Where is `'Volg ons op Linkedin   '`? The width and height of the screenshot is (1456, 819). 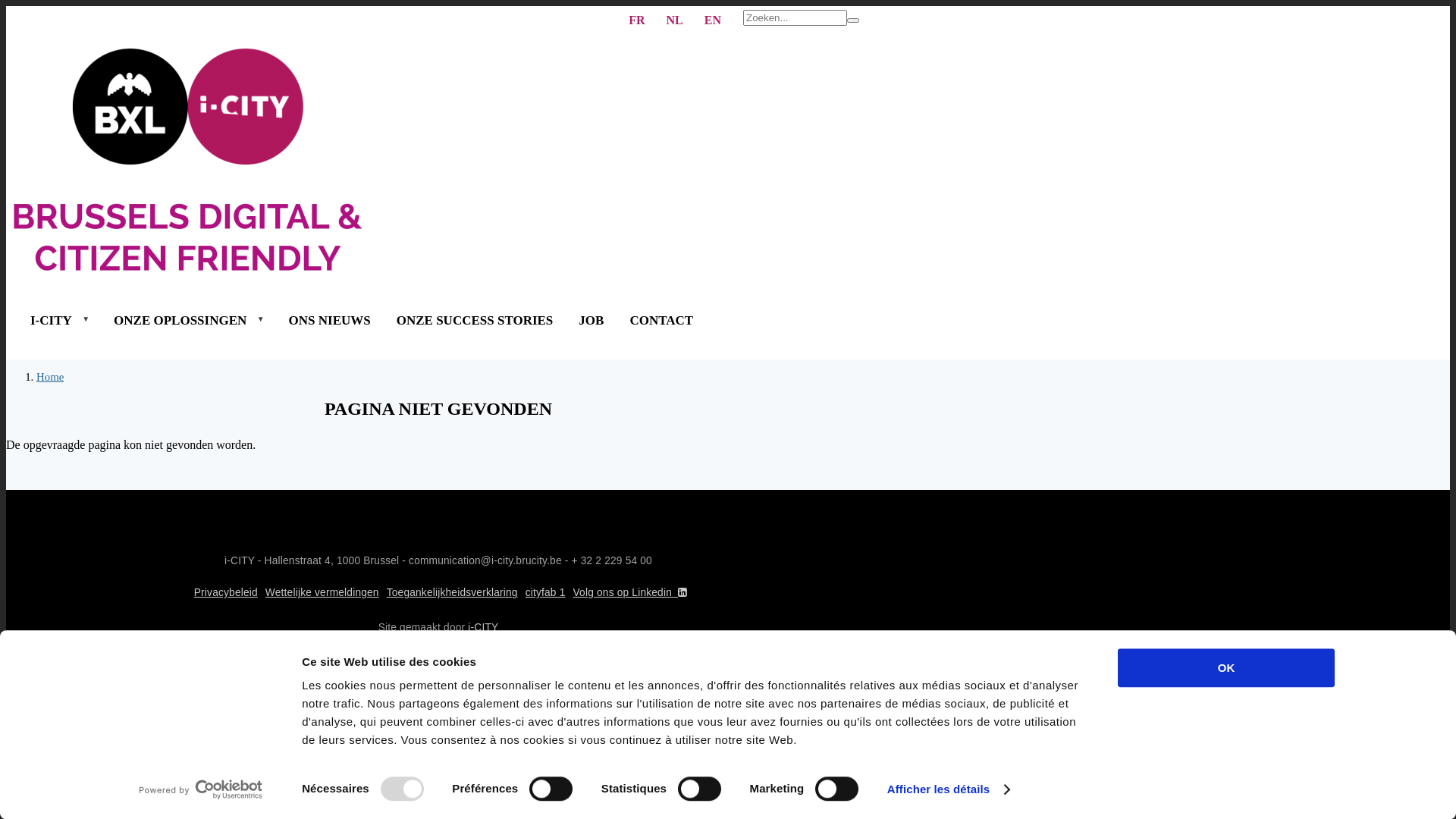
'Volg ons op Linkedin   ' is located at coordinates (632, 591).